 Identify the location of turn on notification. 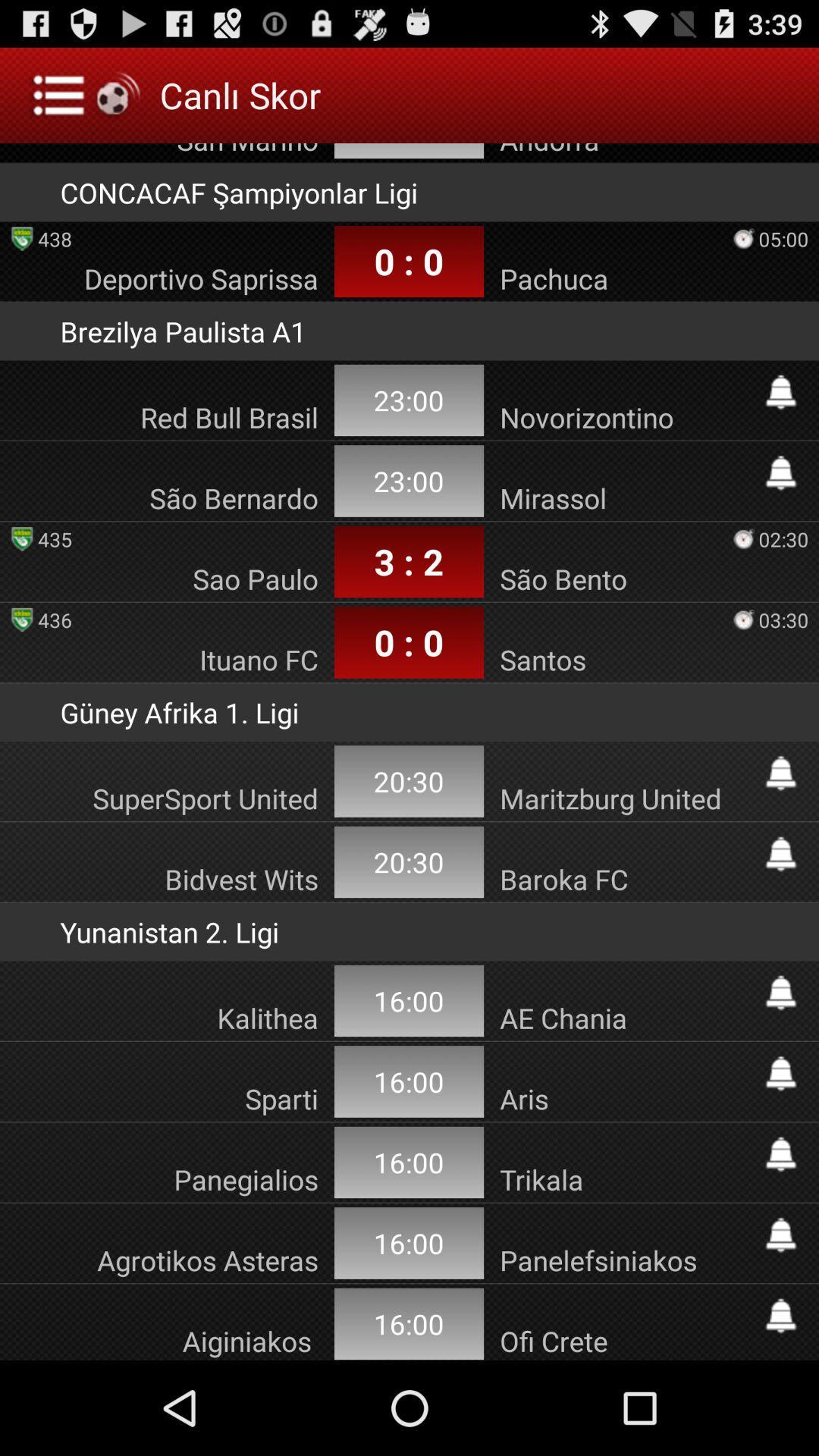
(780, 392).